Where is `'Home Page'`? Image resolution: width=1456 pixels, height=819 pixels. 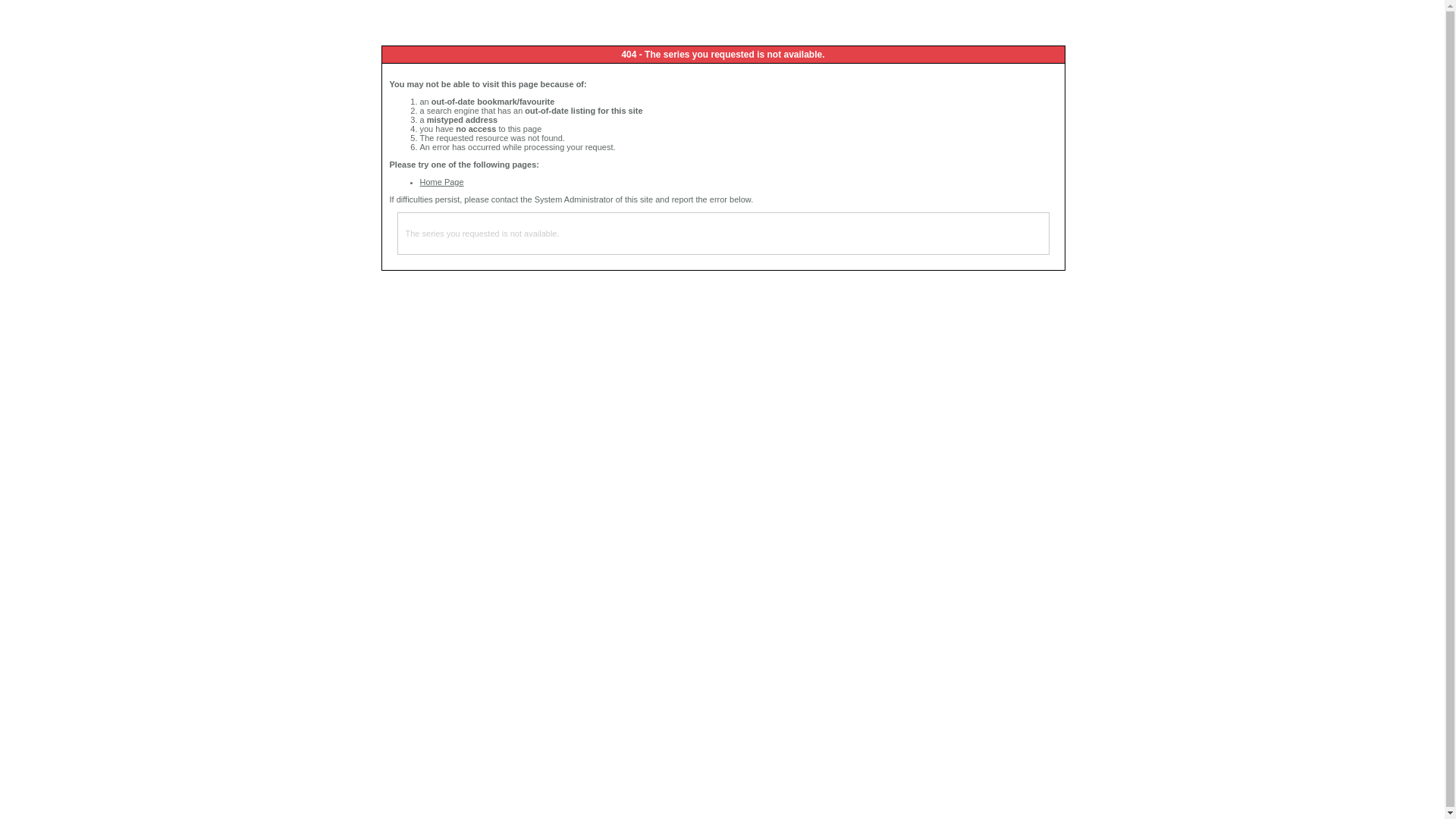
'Home Page' is located at coordinates (441, 180).